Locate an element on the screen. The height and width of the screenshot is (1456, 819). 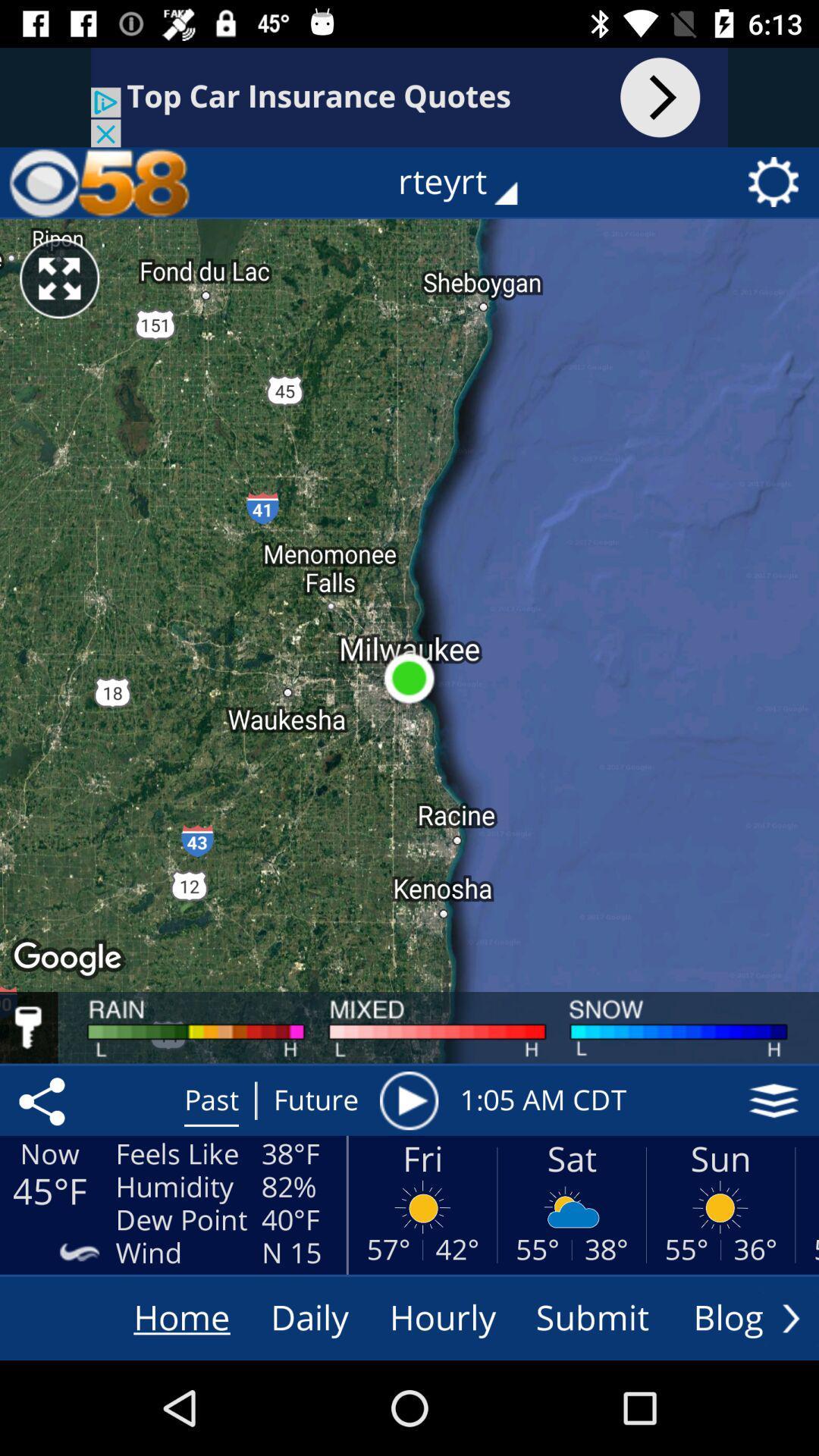
the icon above fri item is located at coordinates (408, 1100).